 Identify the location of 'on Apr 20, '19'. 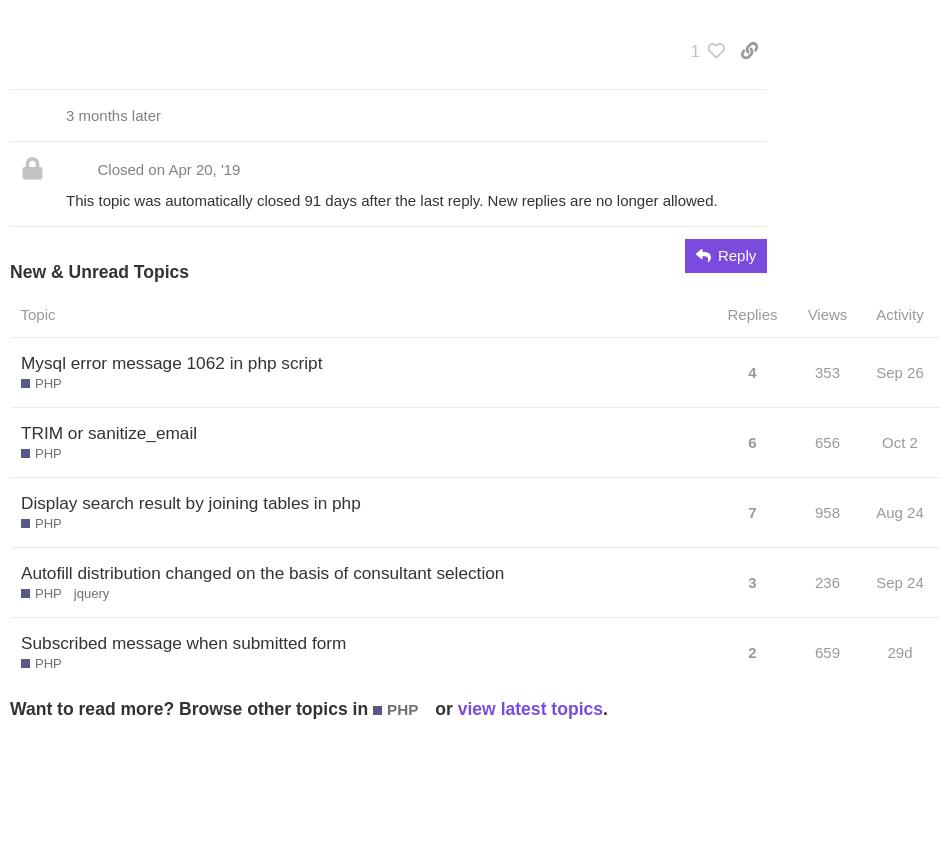
(193, 168).